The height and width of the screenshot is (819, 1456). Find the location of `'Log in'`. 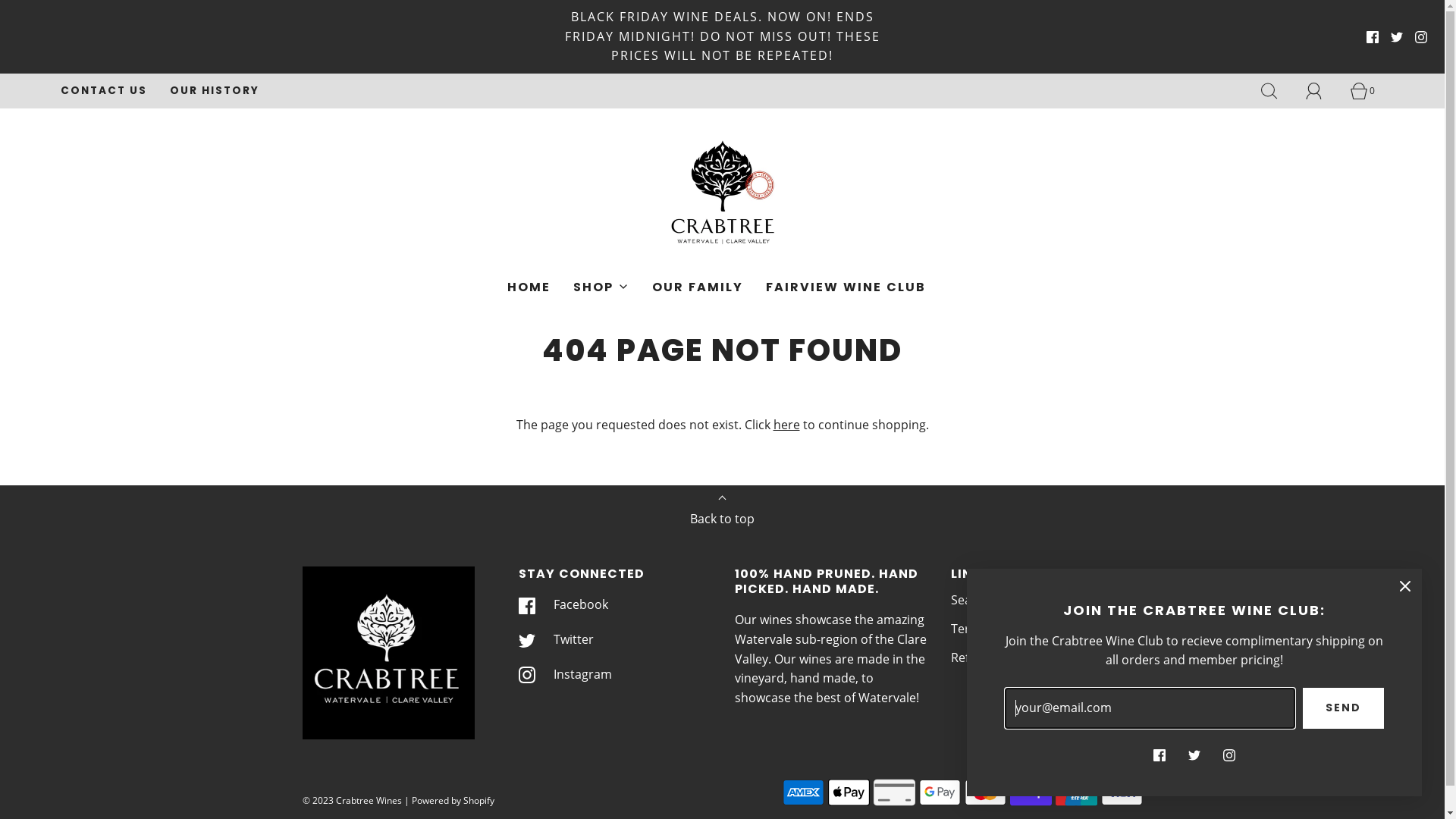

'Log in' is located at coordinates (1321, 90).